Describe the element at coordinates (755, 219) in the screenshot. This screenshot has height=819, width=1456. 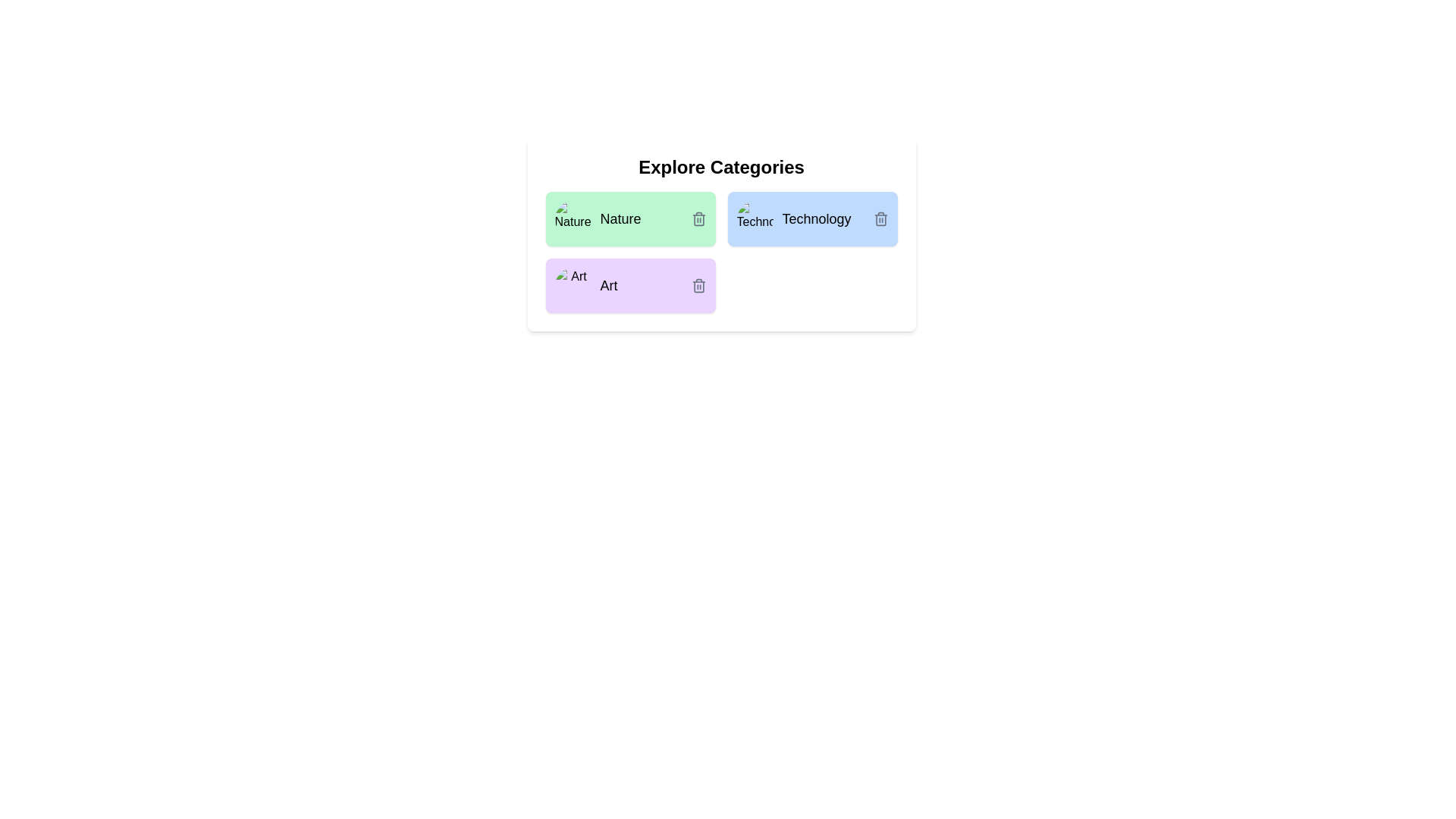
I see `the image of the chip labeled Technology to view its associated image` at that location.